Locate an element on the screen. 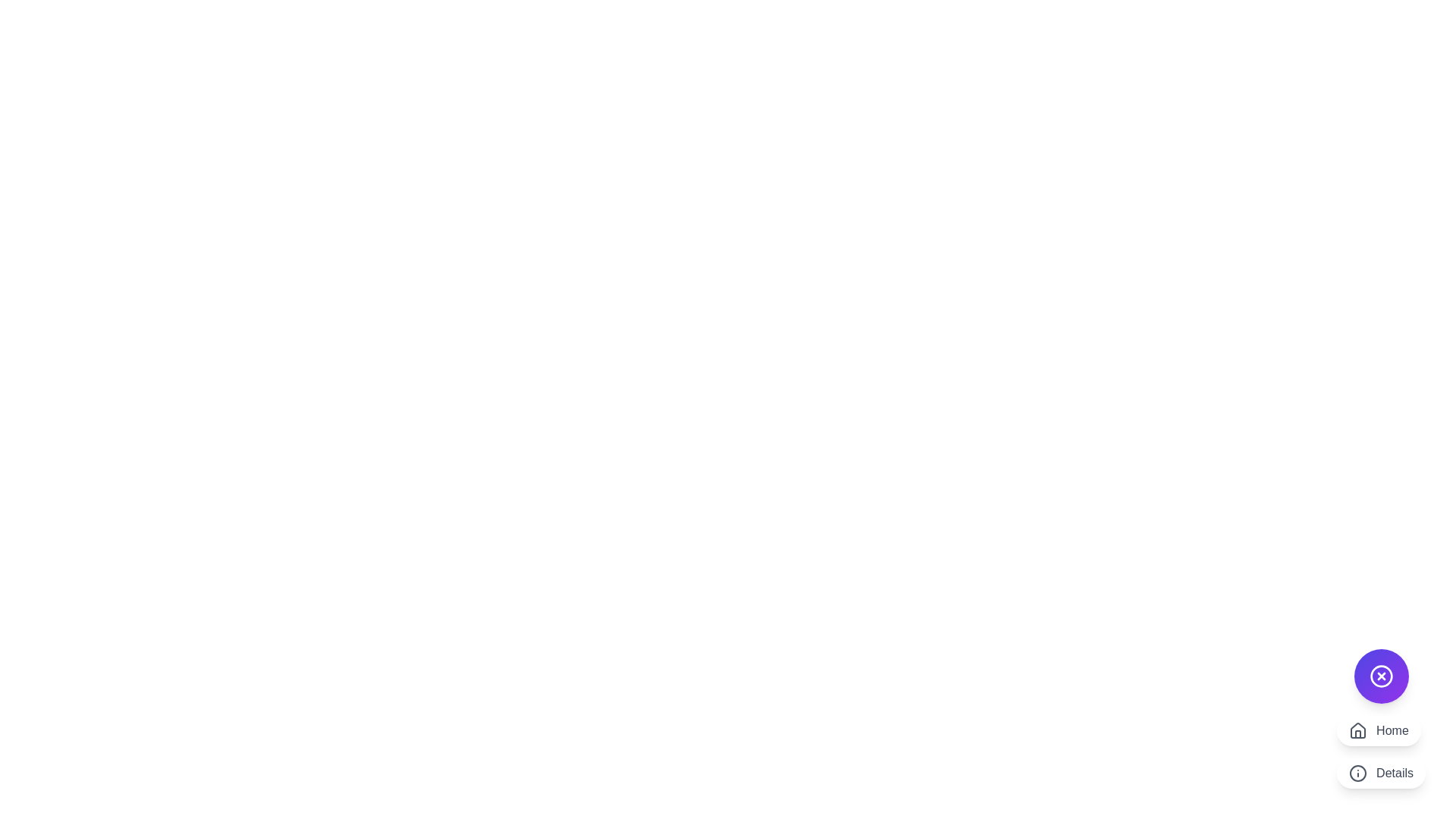 The height and width of the screenshot is (819, 1456). the 'Home' button is located at coordinates (1379, 730).